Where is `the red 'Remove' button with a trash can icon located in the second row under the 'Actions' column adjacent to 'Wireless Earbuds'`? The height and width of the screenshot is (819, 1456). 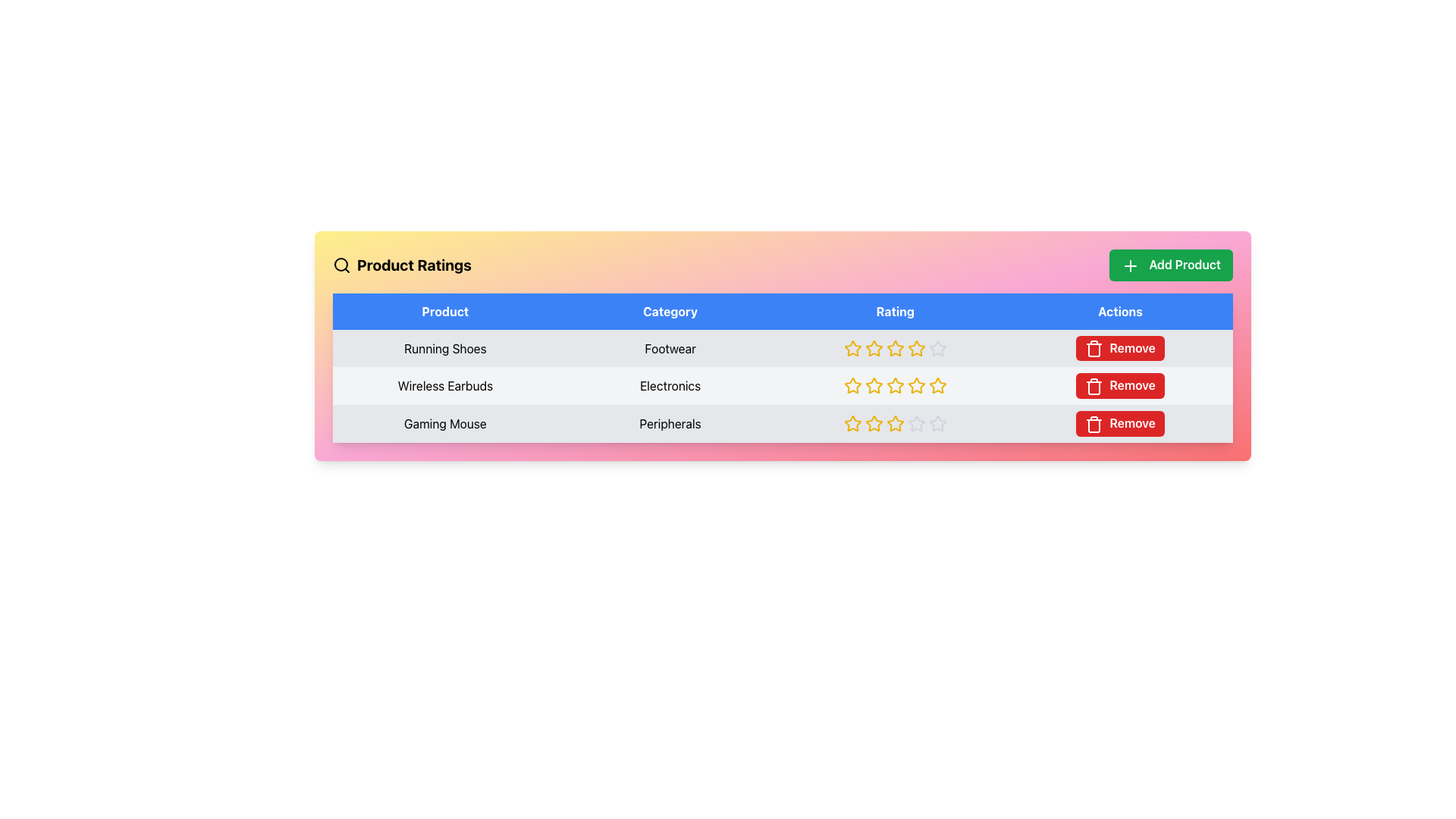
the red 'Remove' button with a trash can icon located in the second row under the 'Actions' column adjacent to 'Wireless Earbuds' is located at coordinates (1120, 385).